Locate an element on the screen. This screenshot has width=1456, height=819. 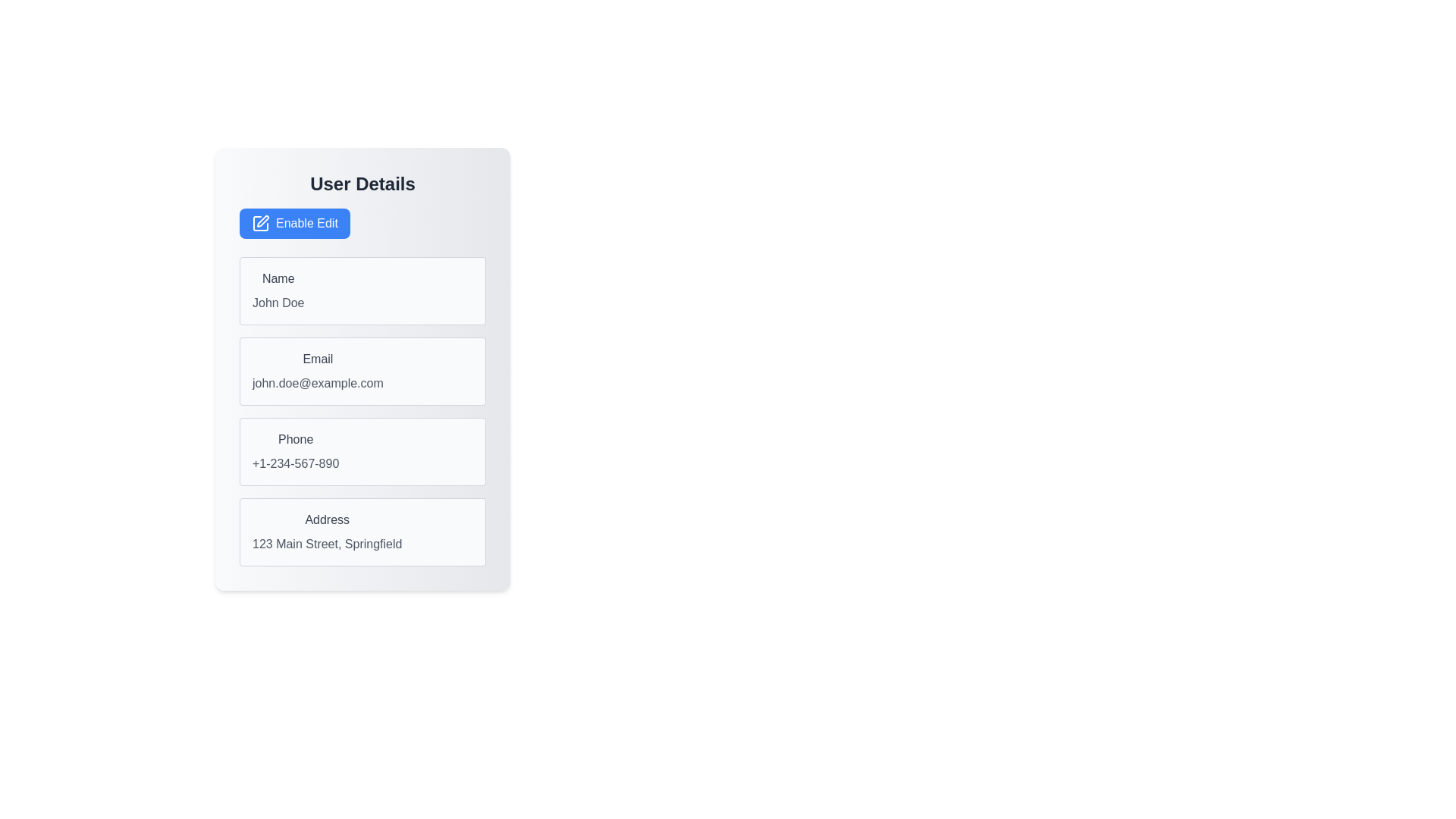
the pen icon located at the leftmost part of the blue 'Enable Edit' button, which is styled with a stroke and no fill is located at coordinates (262, 221).